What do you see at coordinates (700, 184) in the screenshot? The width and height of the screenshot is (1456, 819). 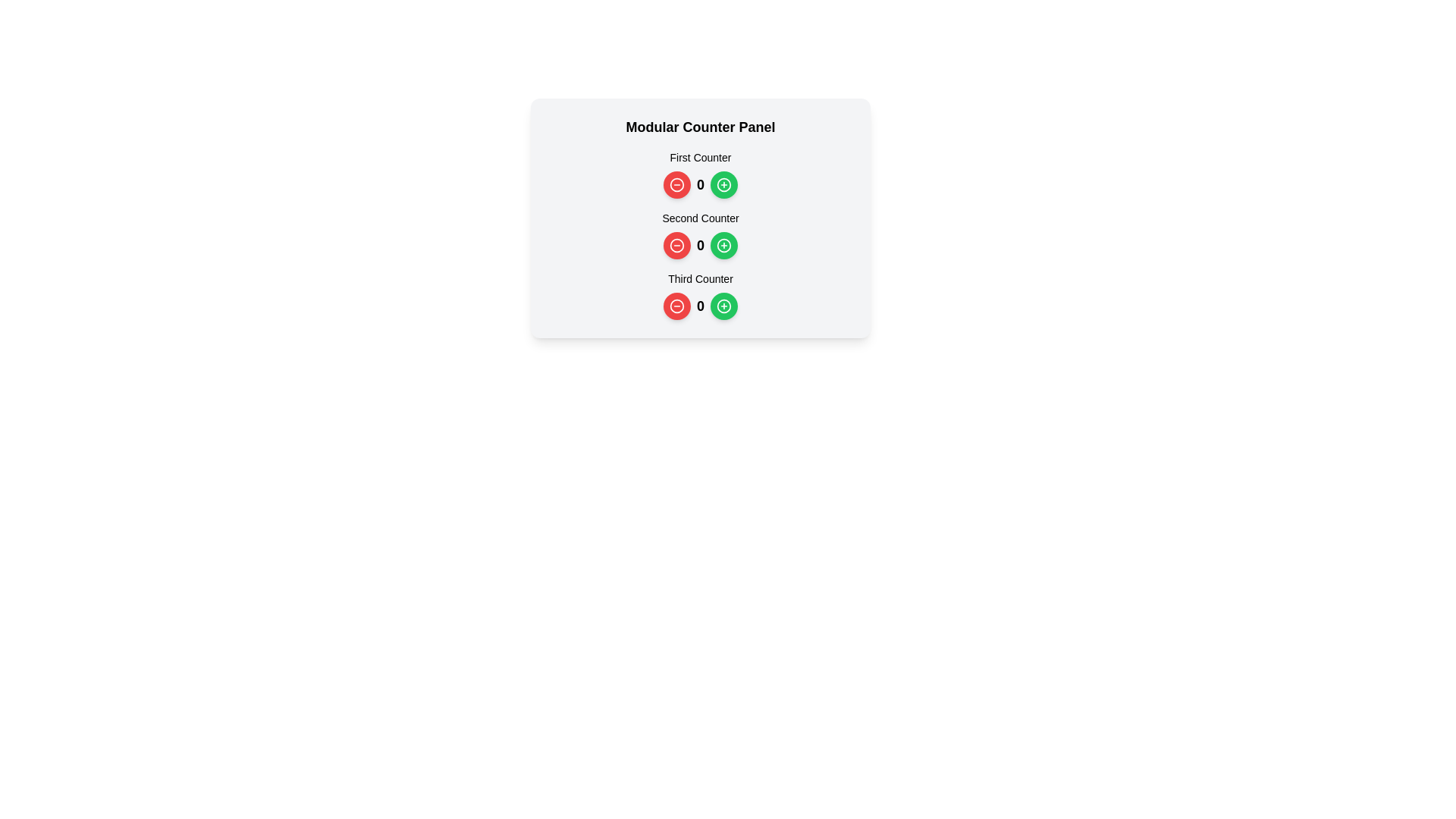 I see `the Text label (numeric display) that shows the current count or value of the counter, located centrally in the 'First Counter' section between the decrement and increment buttons` at bounding box center [700, 184].